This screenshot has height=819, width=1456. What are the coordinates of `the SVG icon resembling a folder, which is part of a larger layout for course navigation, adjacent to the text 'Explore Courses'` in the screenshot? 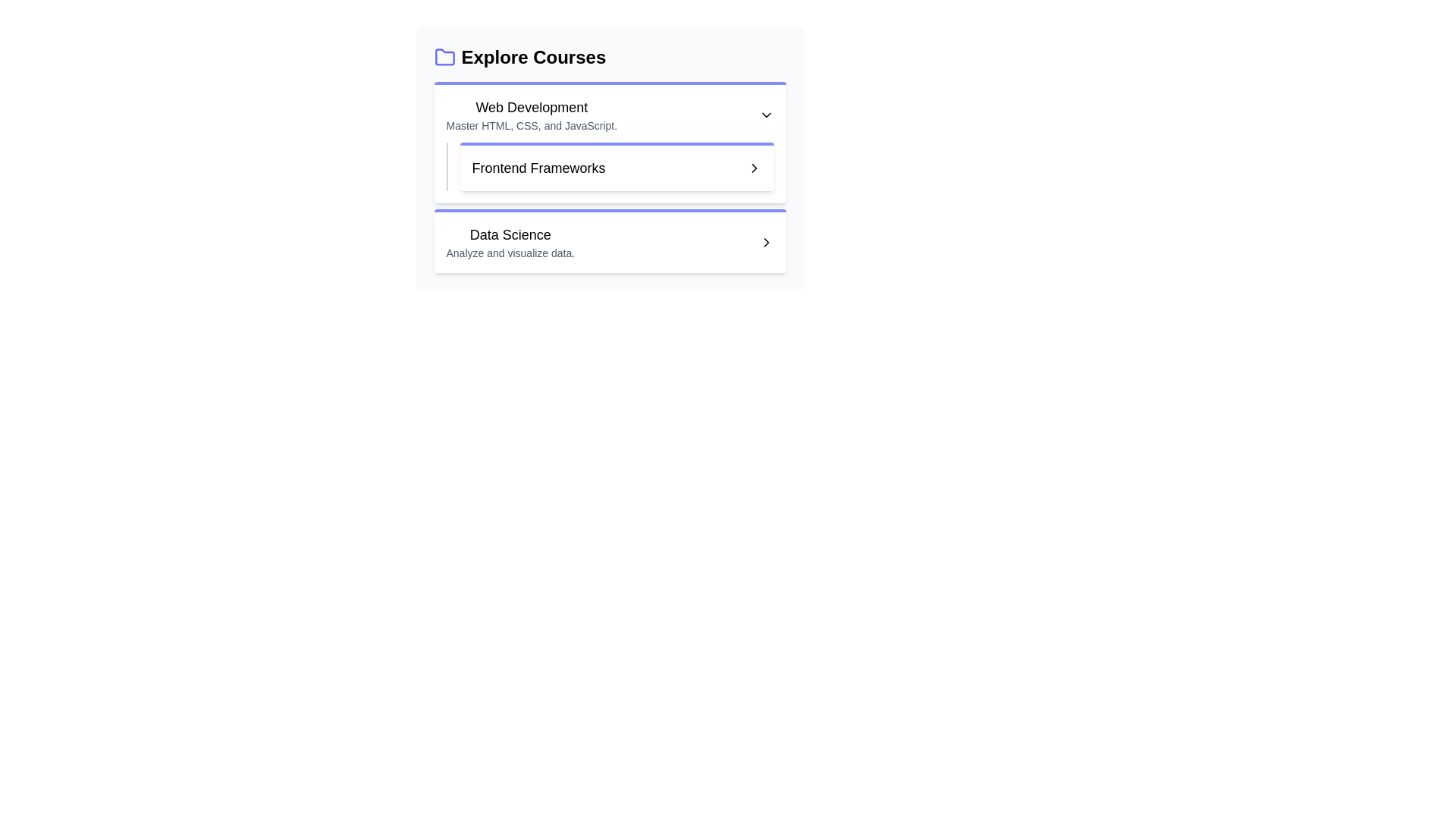 It's located at (444, 56).